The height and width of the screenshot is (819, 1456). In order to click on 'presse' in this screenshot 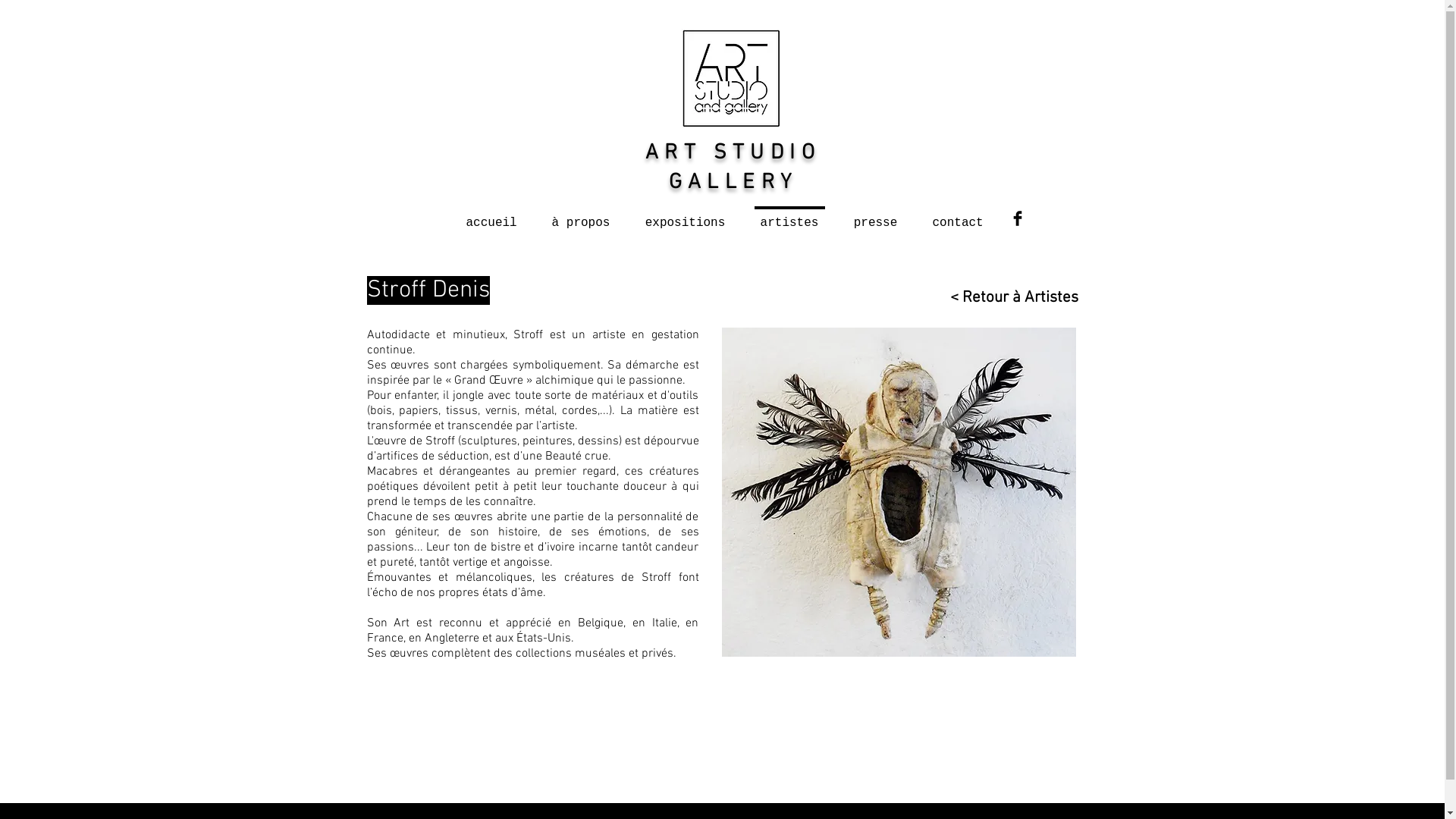, I will do `click(835, 216)`.